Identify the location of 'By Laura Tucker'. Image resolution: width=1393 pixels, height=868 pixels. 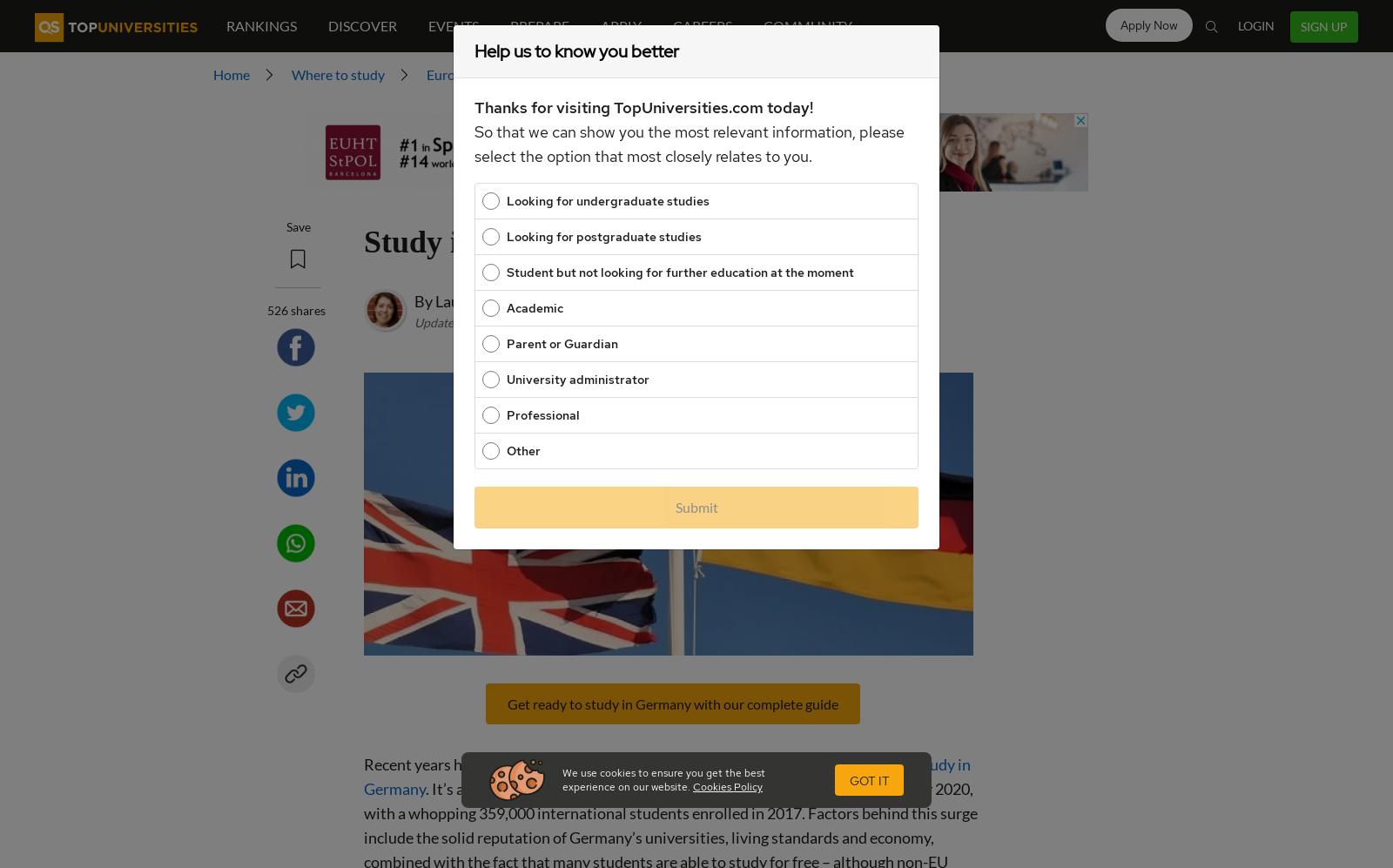
(467, 299).